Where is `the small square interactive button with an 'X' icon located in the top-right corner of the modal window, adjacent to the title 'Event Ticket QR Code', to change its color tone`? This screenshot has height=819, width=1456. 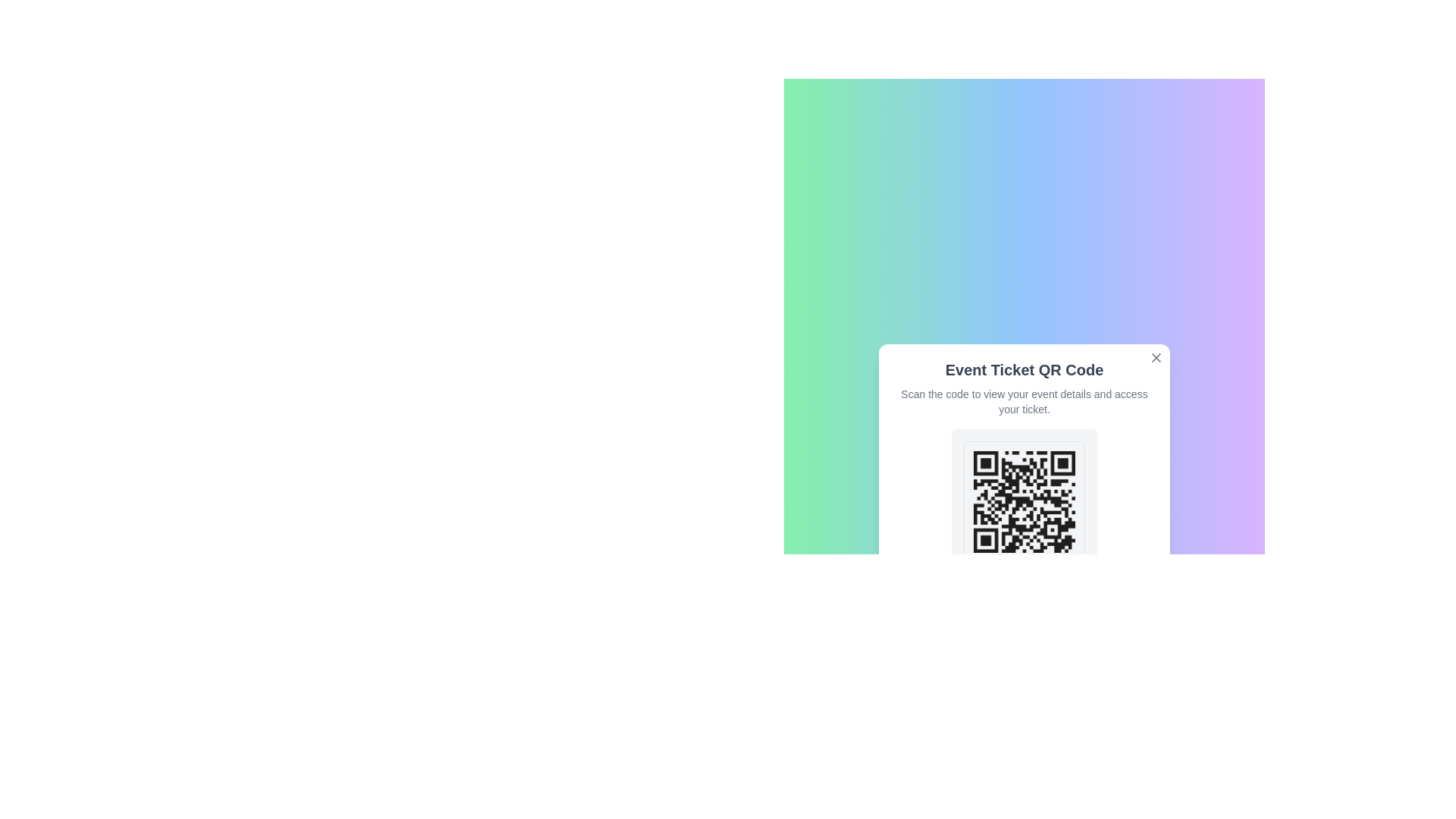 the small square interactive button with an 'X' icon located in the top-right corner of the modal window, adjacent to the title 'Event Ticket QR Code', to change its color tone is located at coordinates (1156, 357).